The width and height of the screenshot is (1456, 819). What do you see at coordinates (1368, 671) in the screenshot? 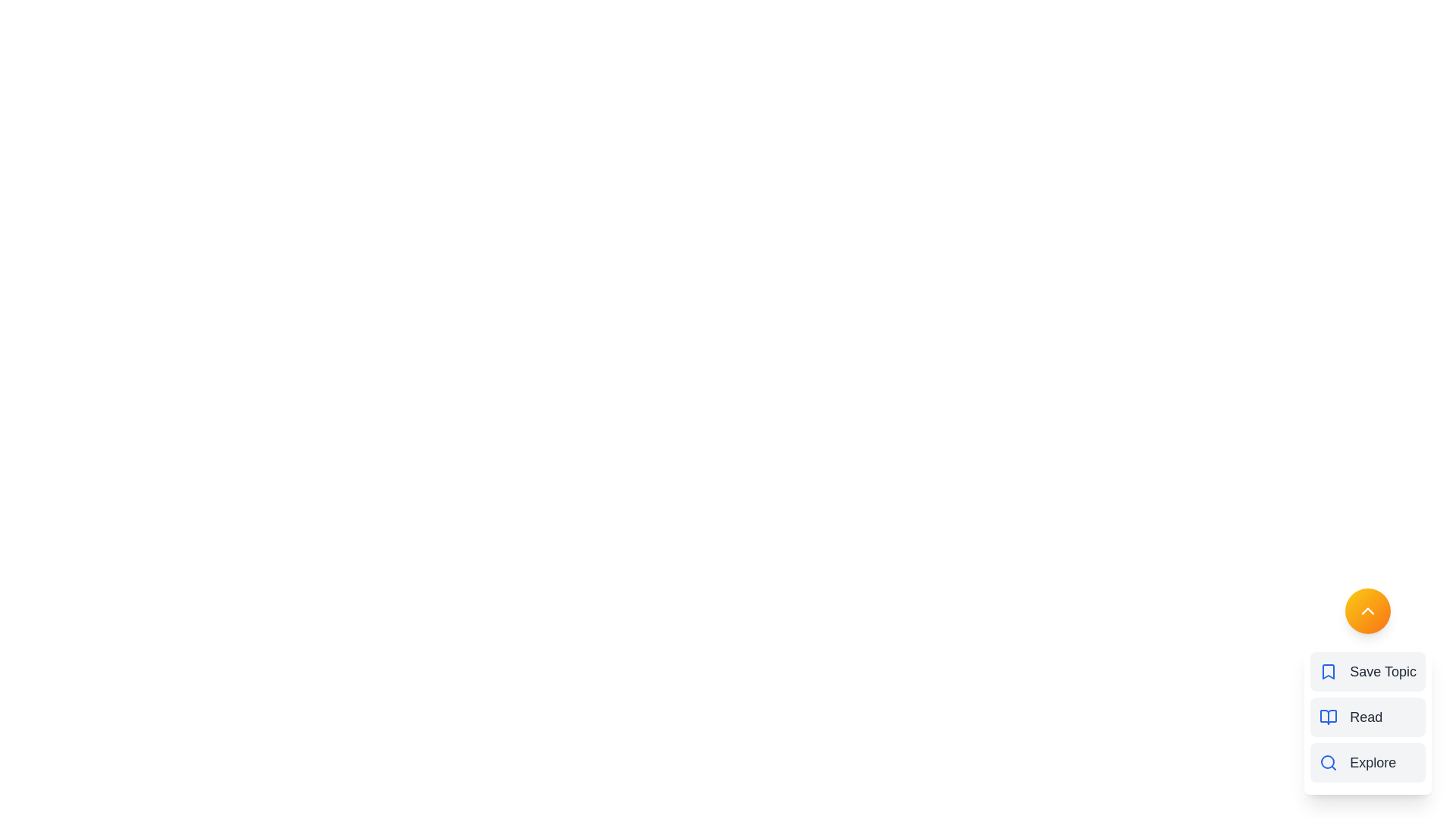
I see `the menu option Save Topic from the LearningSpeedDial menu` at bounding box center [1368, 671].